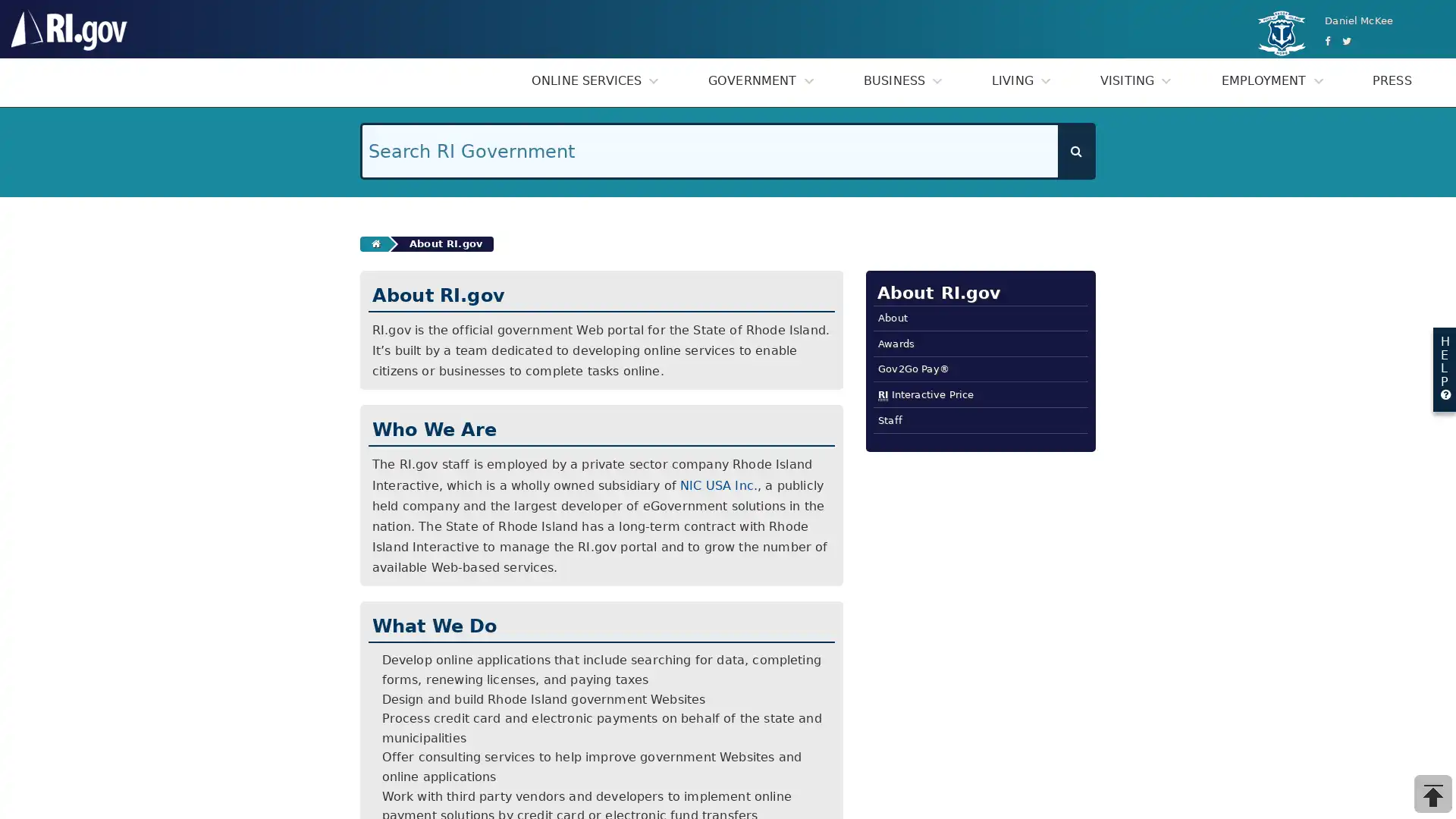 The image size is (1456, 819). I want to click on Search, so click(1075, 151).